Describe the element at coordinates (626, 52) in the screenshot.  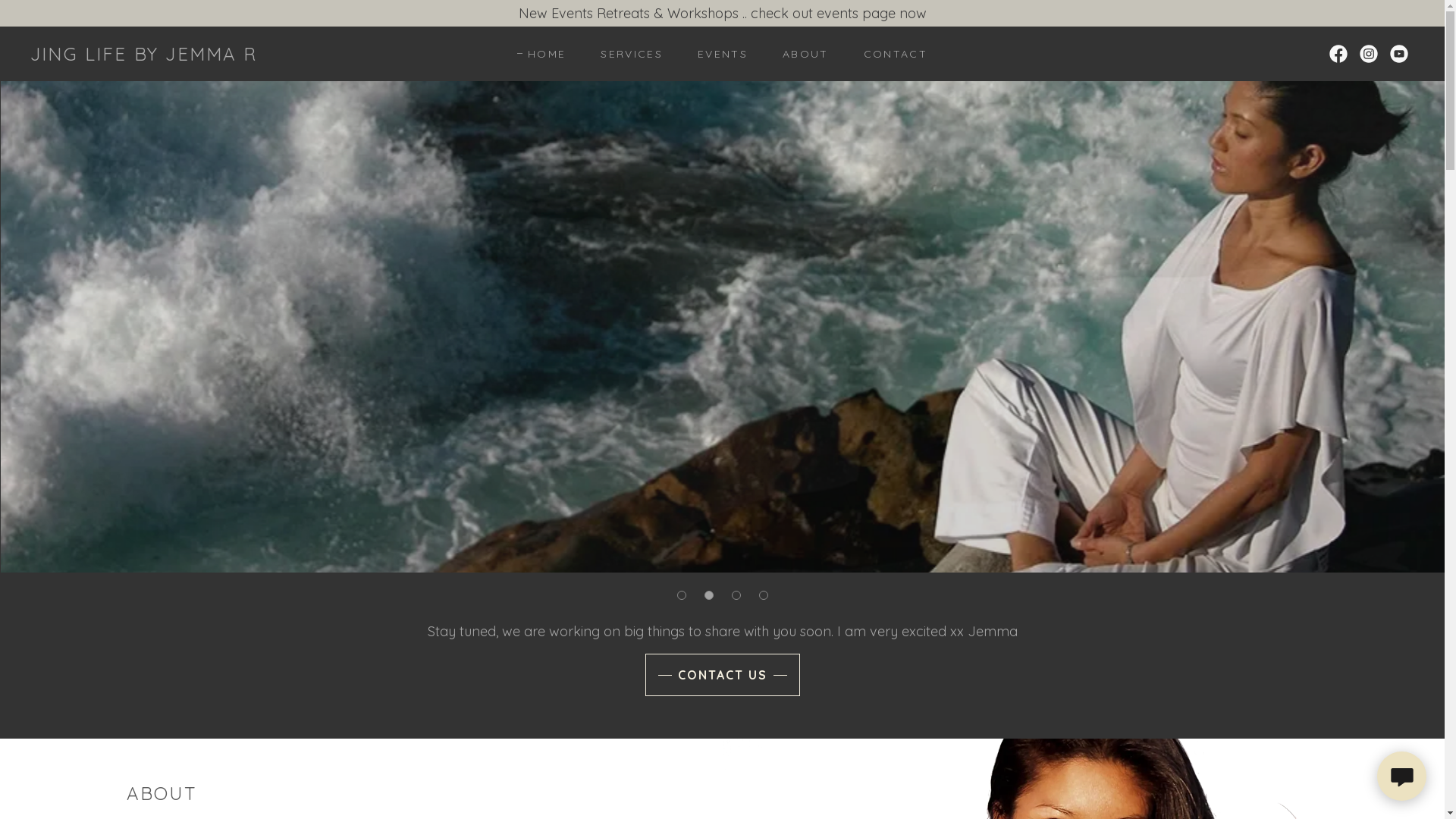
I see `'SERVICES'` at that location.